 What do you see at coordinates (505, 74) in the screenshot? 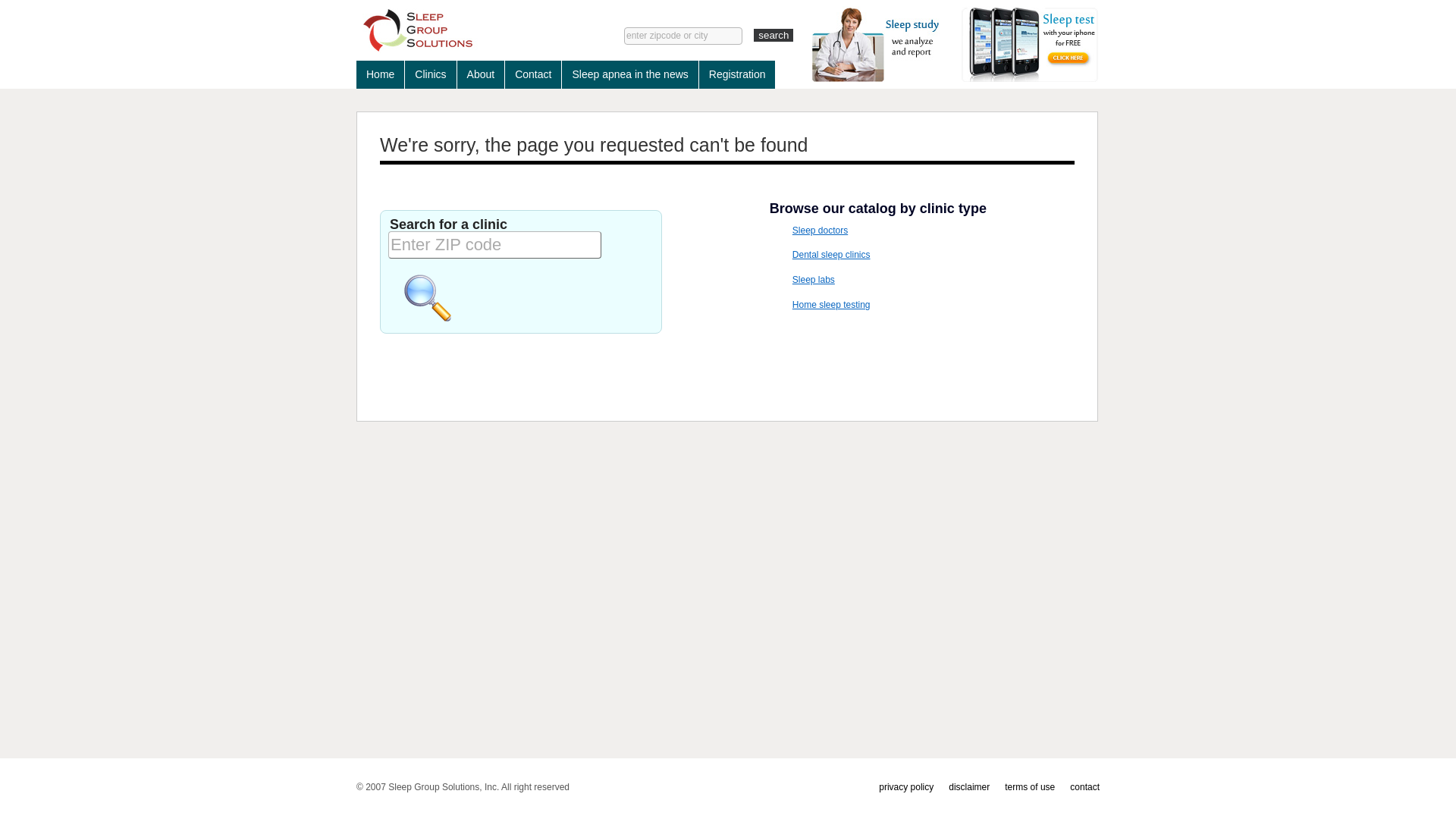
I see `'Contact'` at bounding box center [505, 74].